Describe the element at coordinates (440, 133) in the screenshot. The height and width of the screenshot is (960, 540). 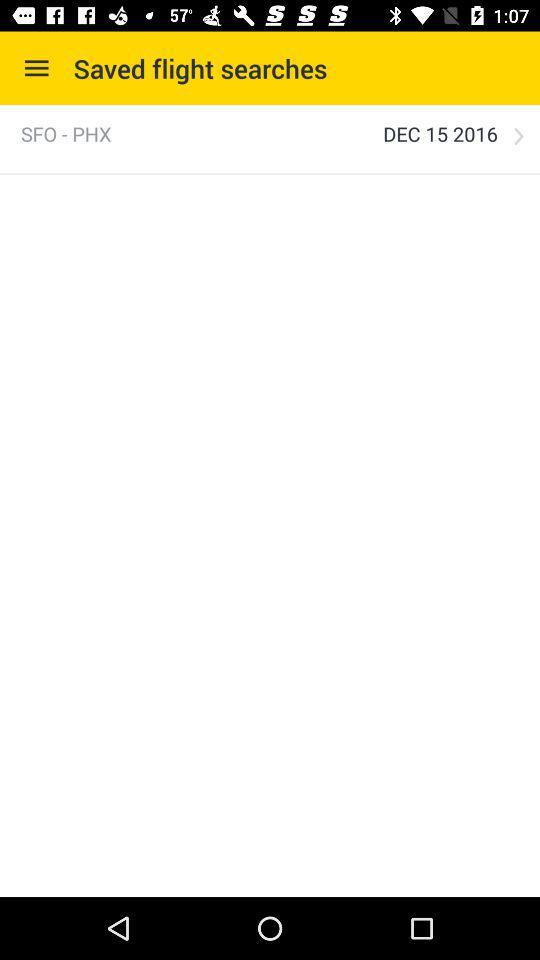
I see `the icon next to sfo - phx item` at that location.